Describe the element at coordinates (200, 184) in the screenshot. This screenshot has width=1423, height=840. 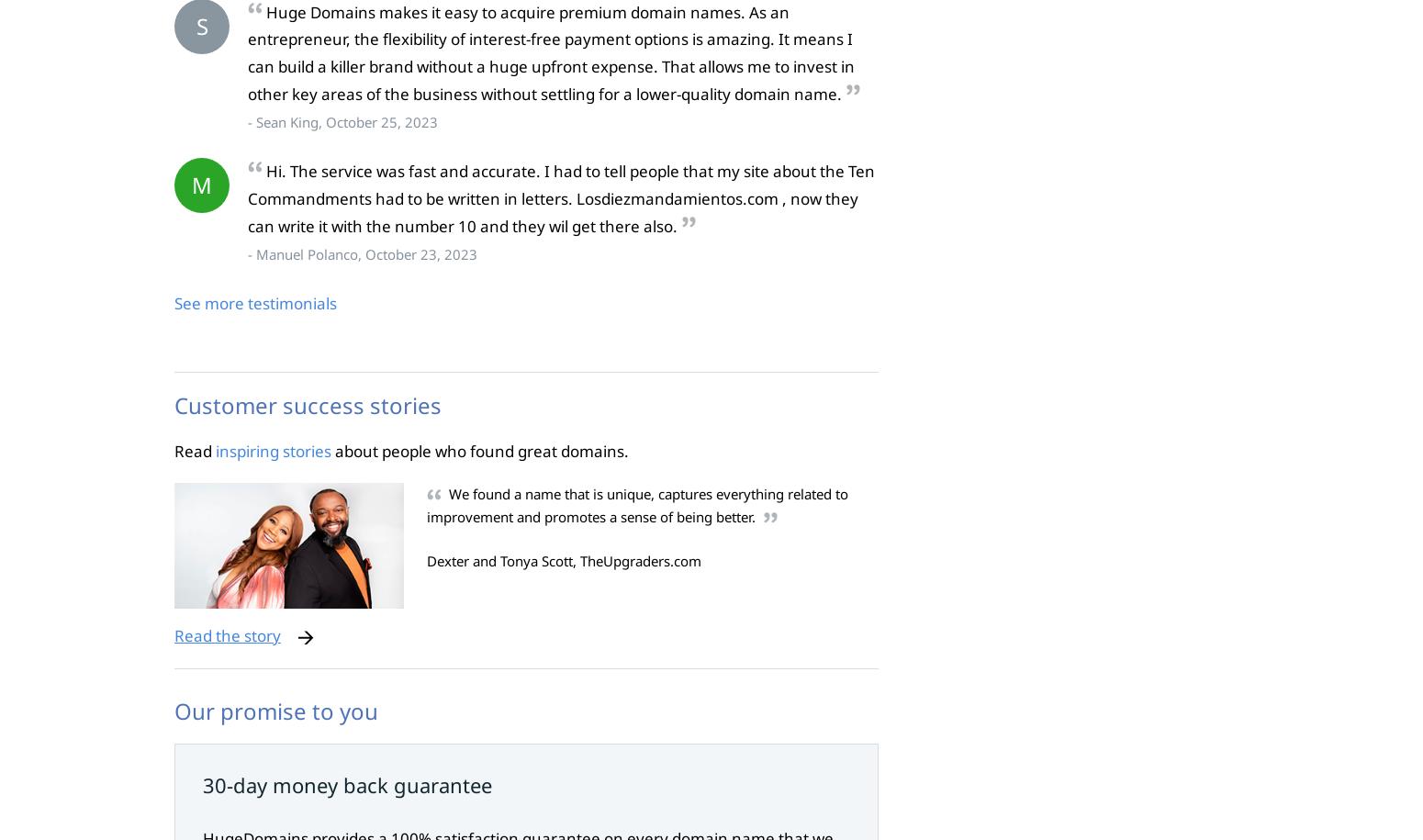
I see `'M'` at that location.